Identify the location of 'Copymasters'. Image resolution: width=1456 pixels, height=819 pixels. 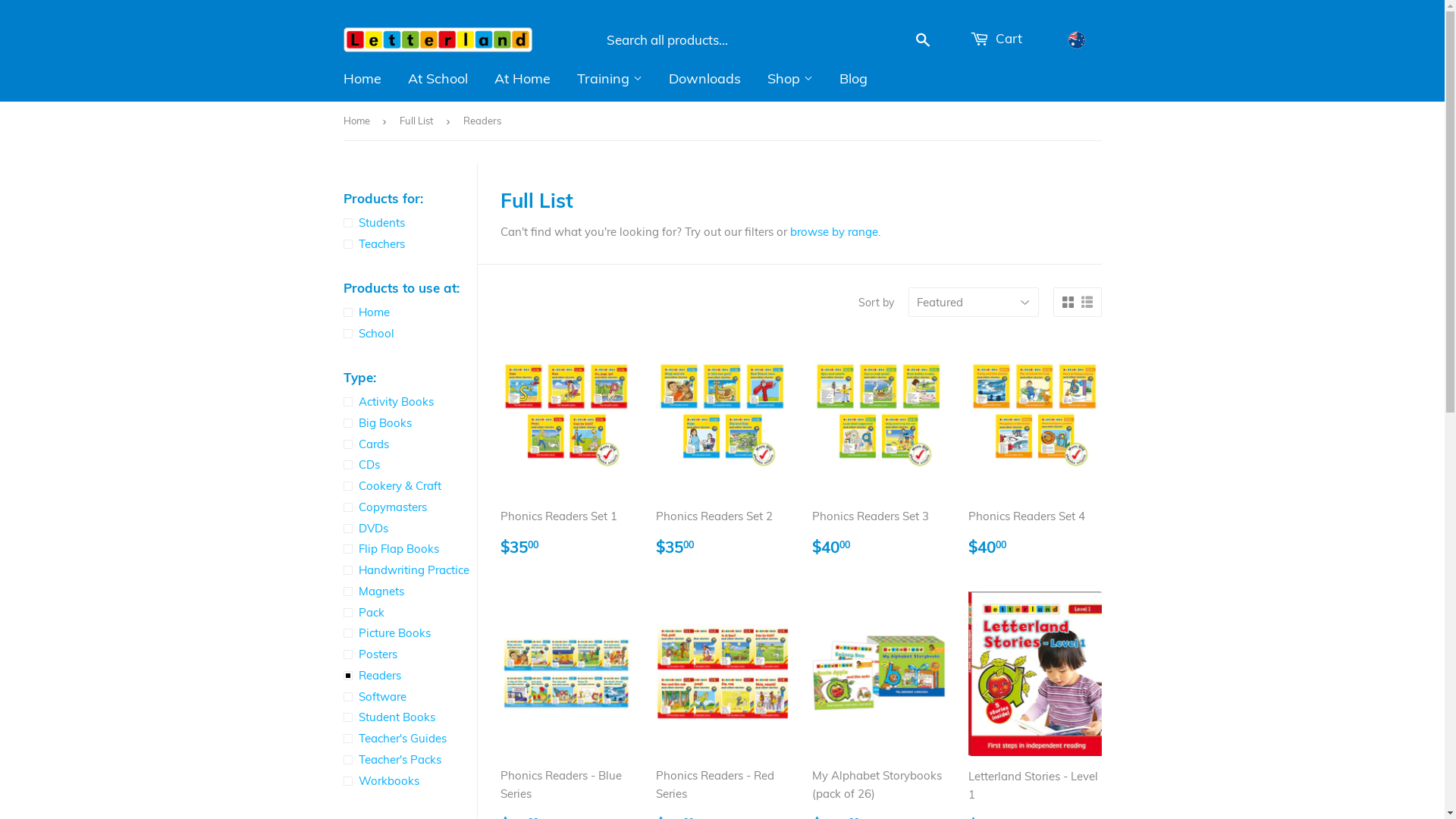
(409, 507).